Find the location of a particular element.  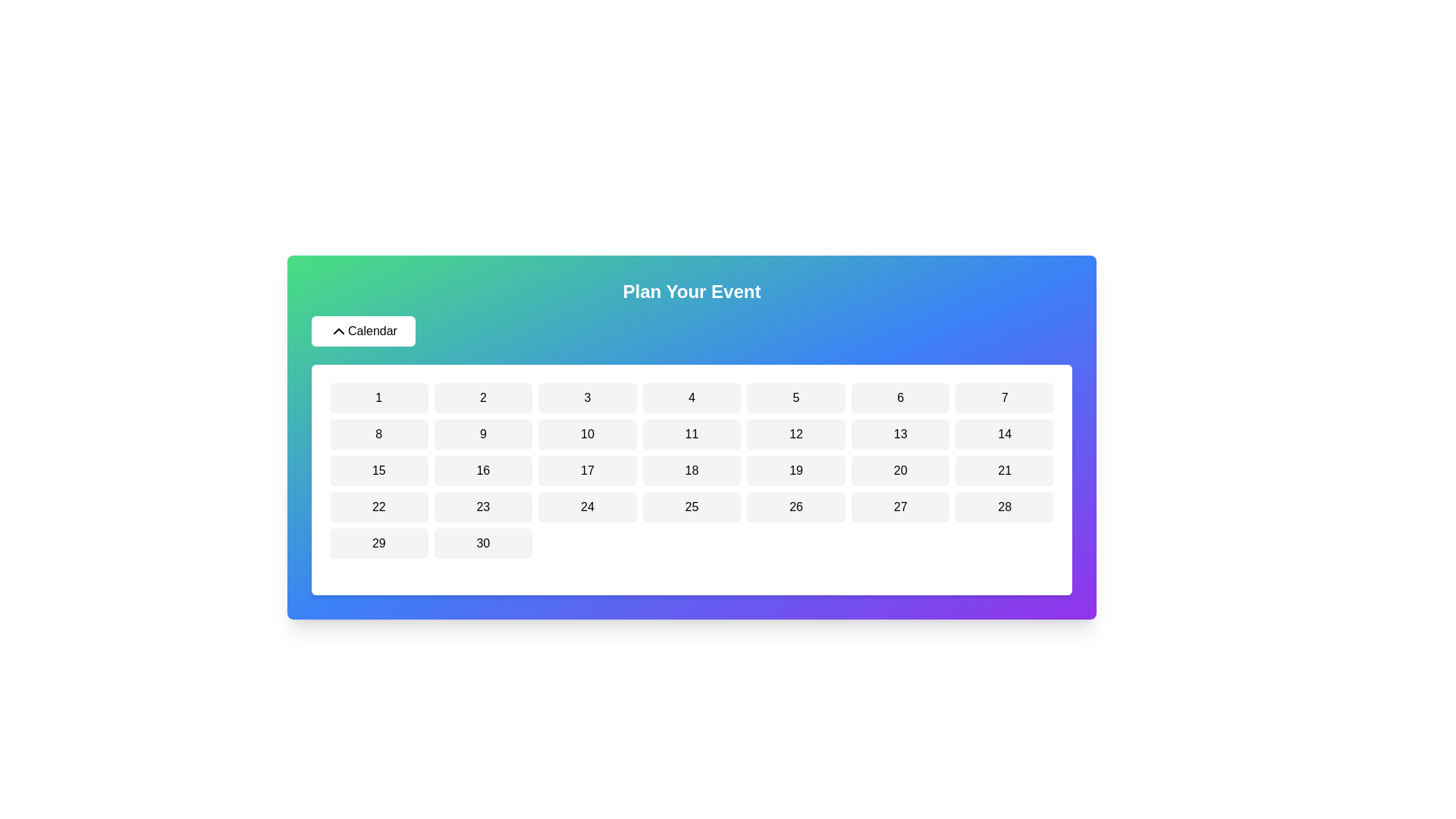

the text label indicating the section for planning an event, which is positioned at the top and centered horizontally above the 'Calendar' button is located at coordinates (691, 292).